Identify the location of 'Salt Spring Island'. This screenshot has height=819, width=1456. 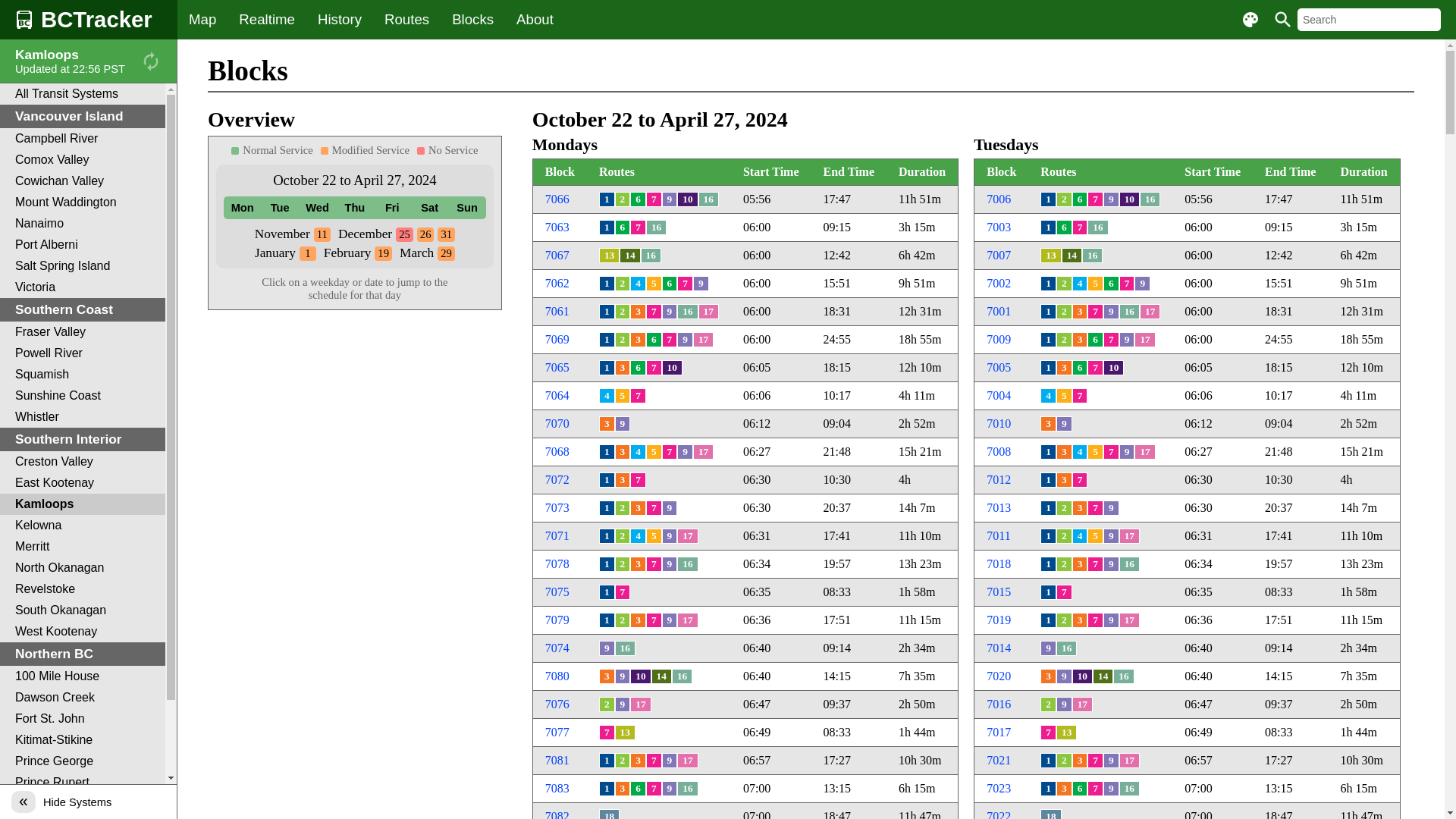
(82, 265).